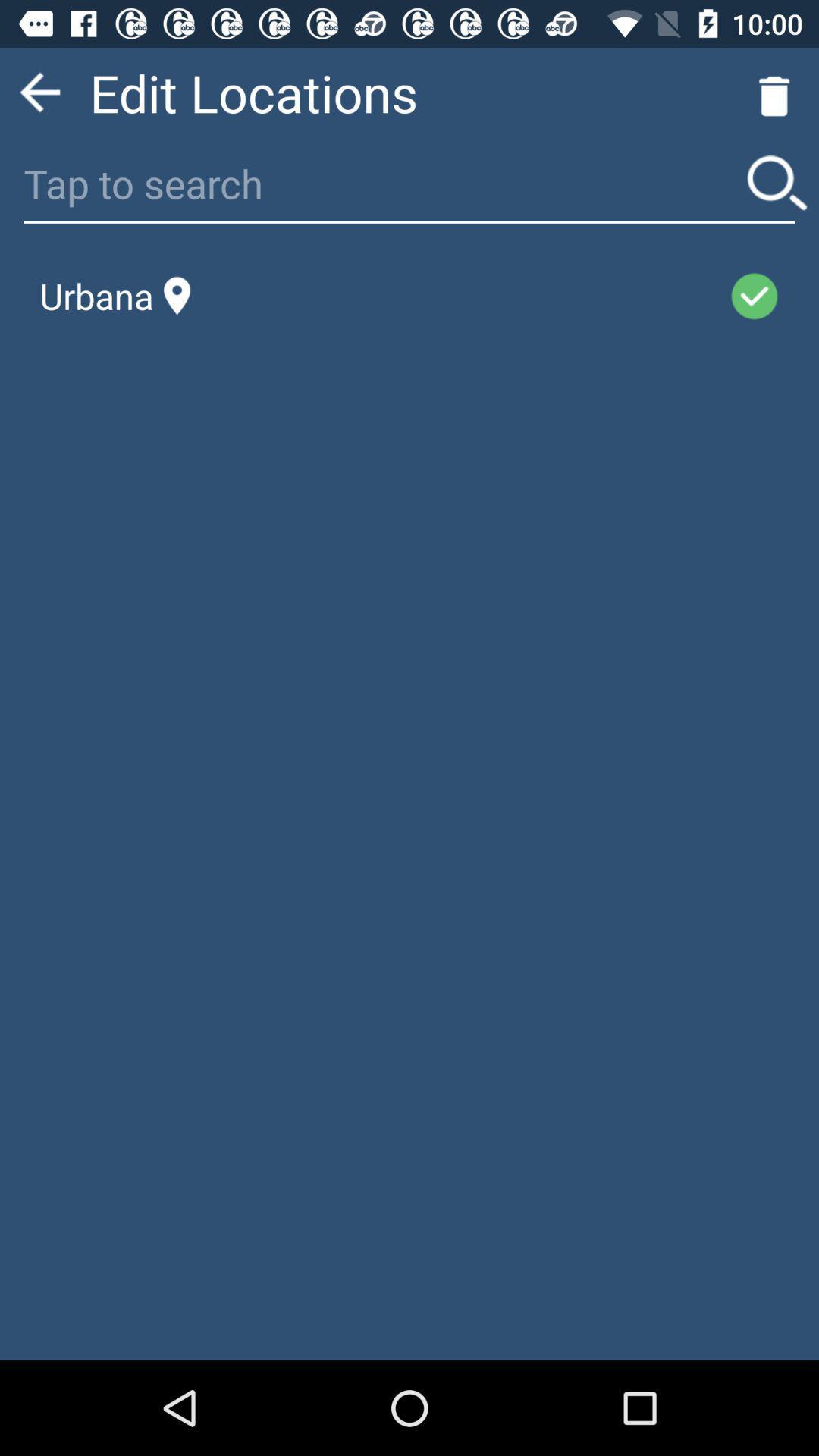 The width and height of the screenshot is (819, 1456). Describe the element at coordinates (39, 91) in the screenshot. I see `go back` at that location.